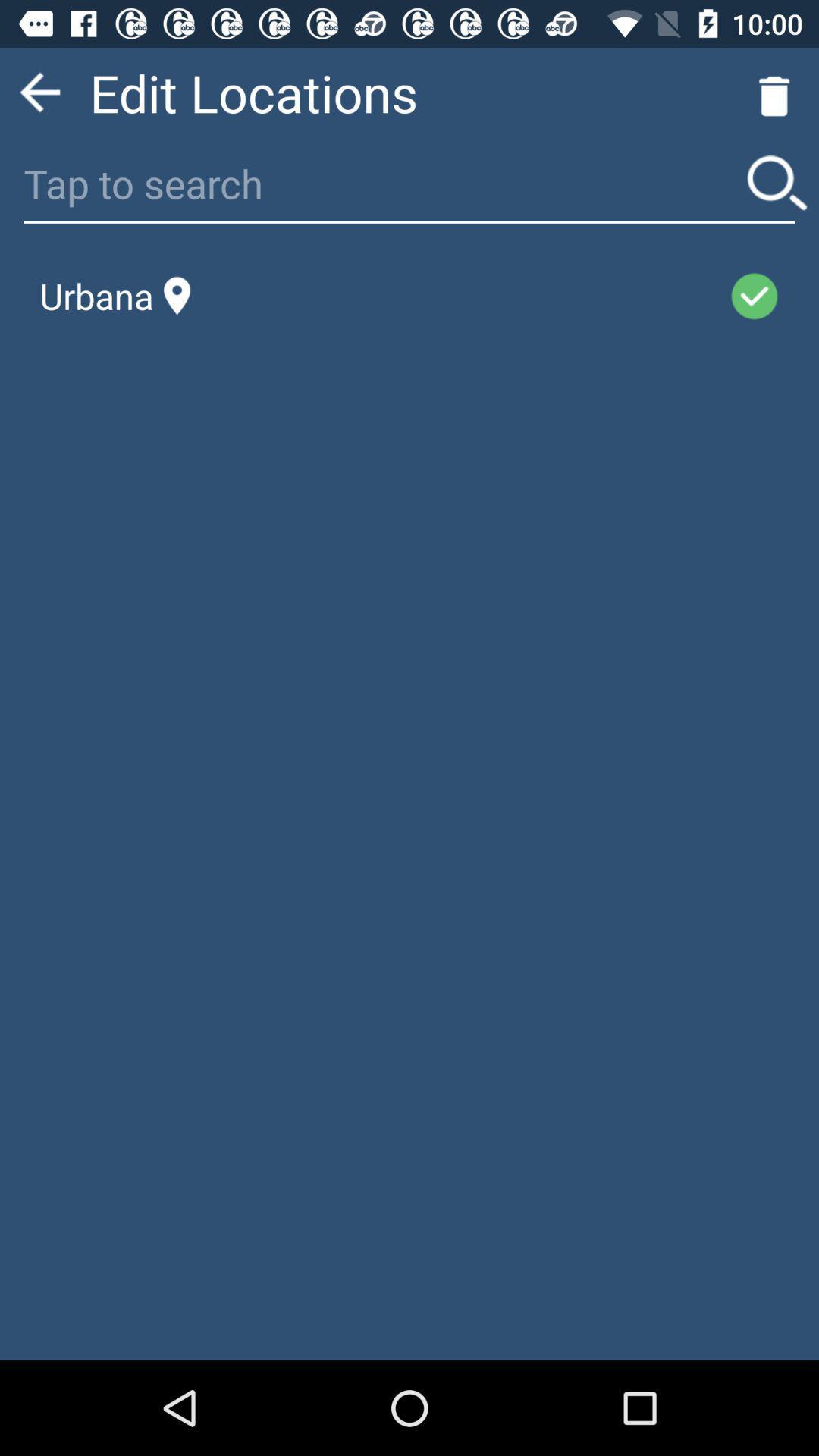 The width and height of the screenshot is (819, 1456). Describe the element at coordinates (39, 91) in the screenshot. I see `go back` at that location.